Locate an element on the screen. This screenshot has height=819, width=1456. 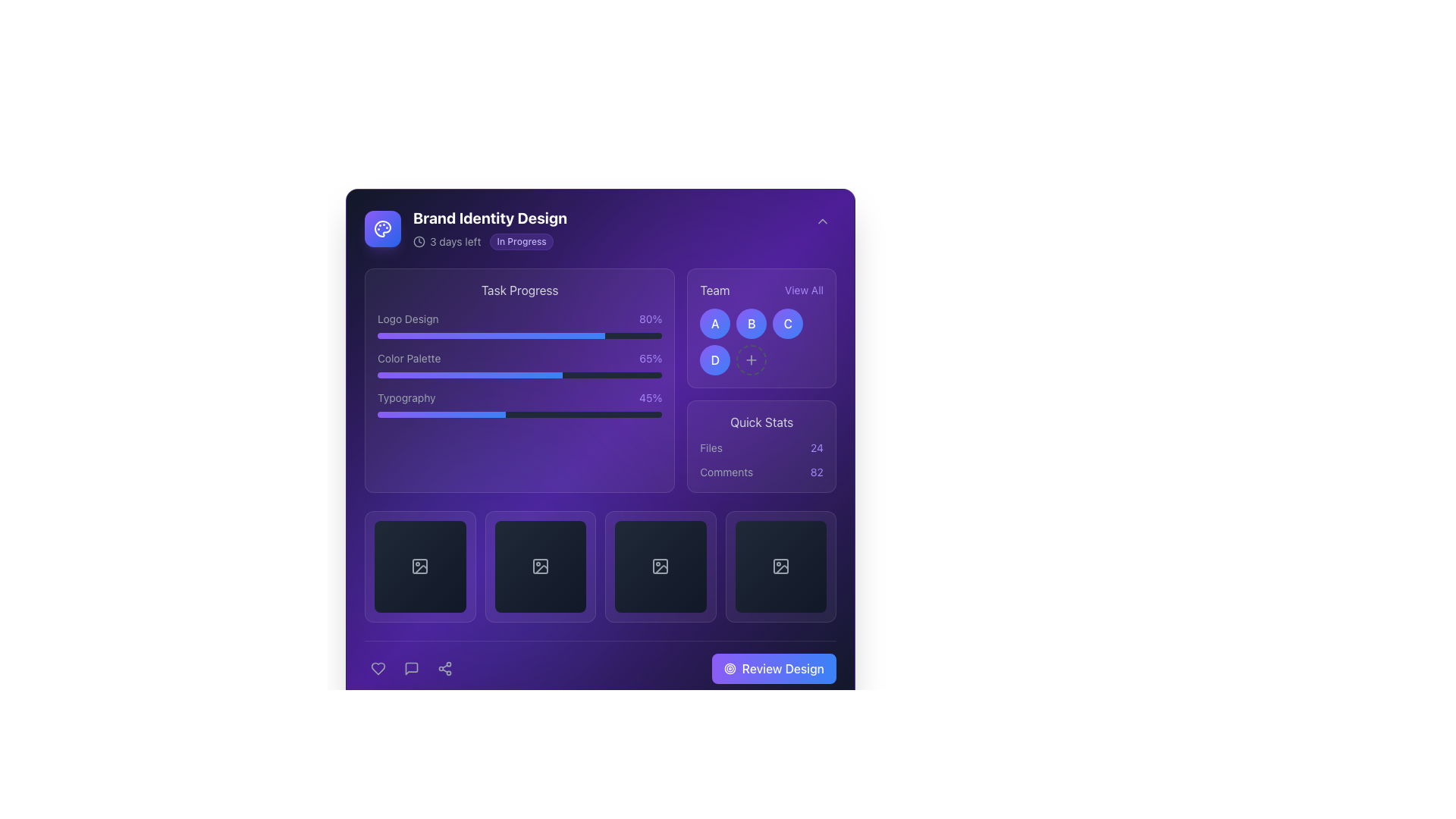
the first circular button-like UI component representing a team member in the 'Team' section, located at the top-left corner among four similar elements is located at coordinates (714, 323).